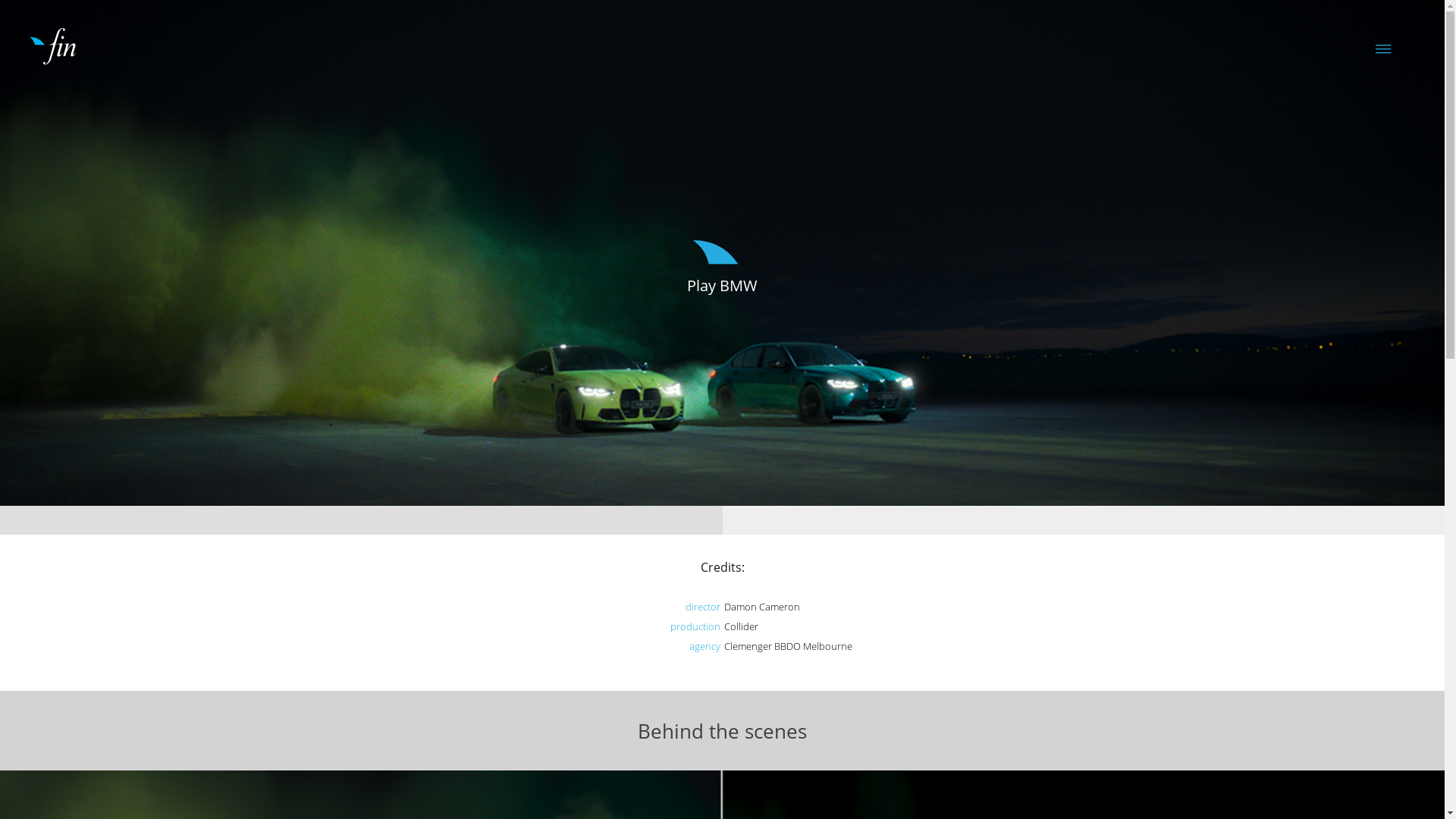 This screenshot has width=1456, height=819. What do you see at coordinates (761, 605) in the screenshot?
I see `'Damon Cameron'` at bounding box center [761, 605].